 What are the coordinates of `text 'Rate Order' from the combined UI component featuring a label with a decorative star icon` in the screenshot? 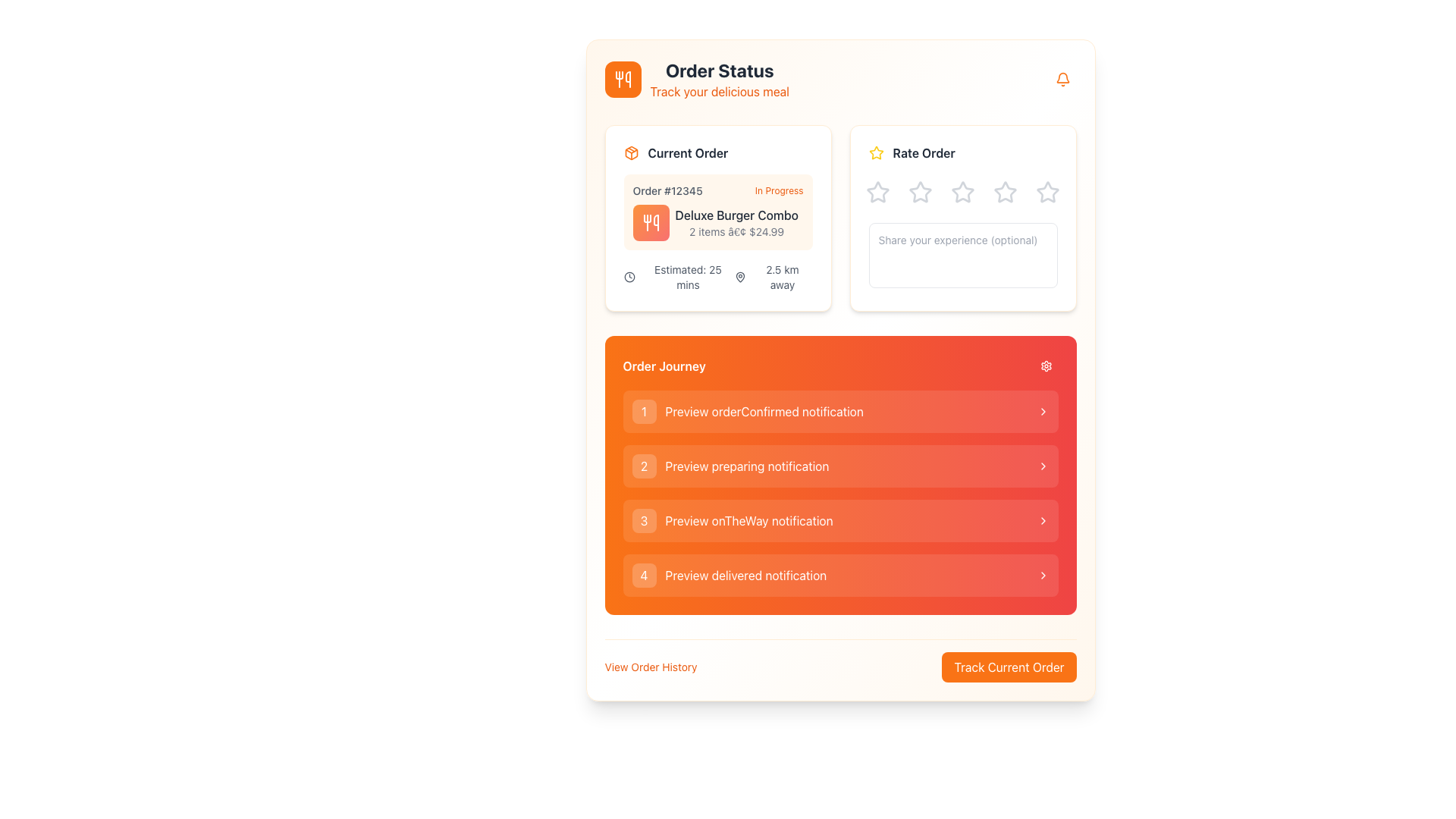 It's located at (911, 152).